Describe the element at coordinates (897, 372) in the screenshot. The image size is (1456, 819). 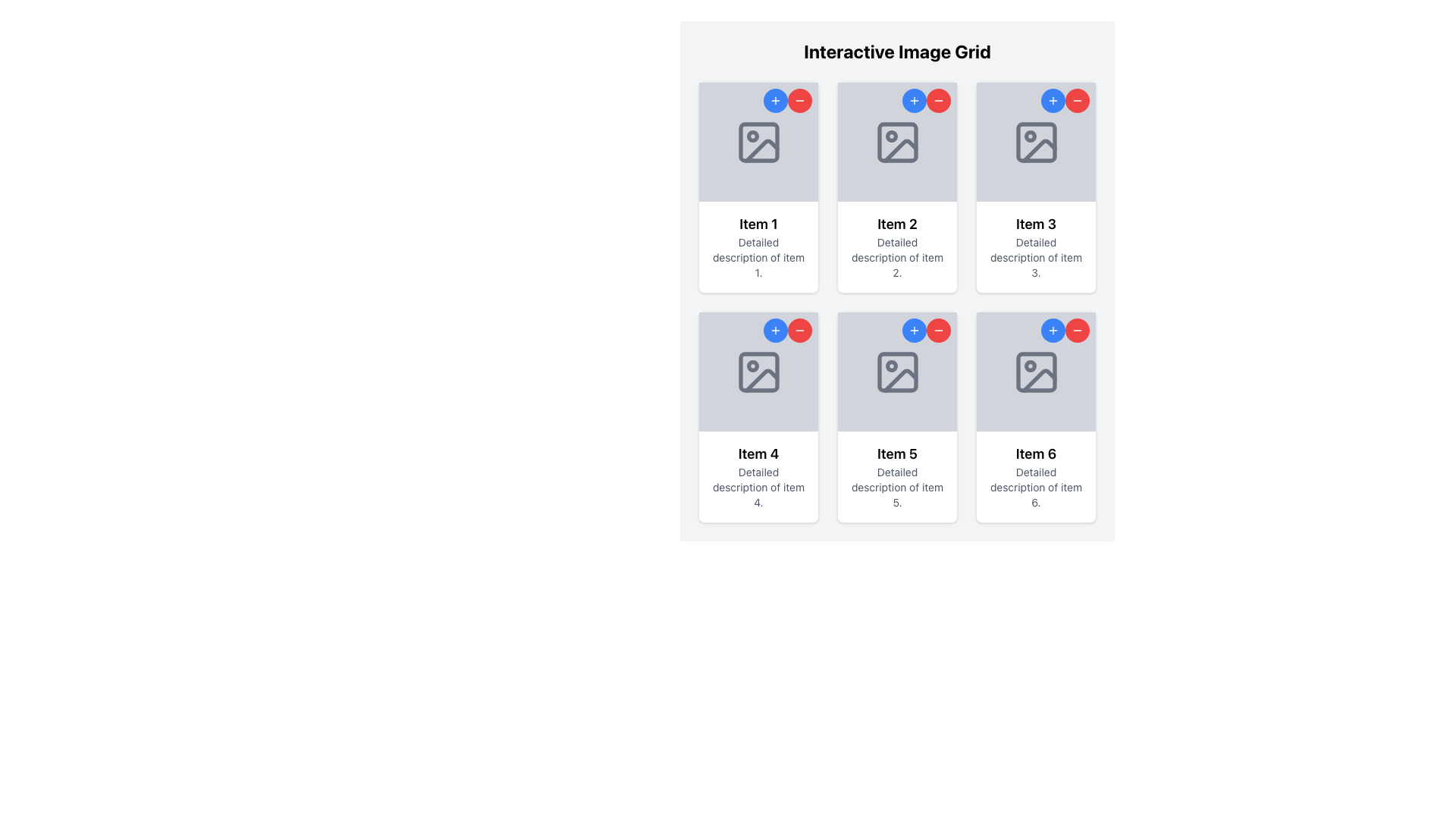
I see `the image placeholder in the grid layout located under 'Interactive Image Grid', specifically in the second row, second column, adjacent to 'Item 4' and 'Item 6'` at that location.